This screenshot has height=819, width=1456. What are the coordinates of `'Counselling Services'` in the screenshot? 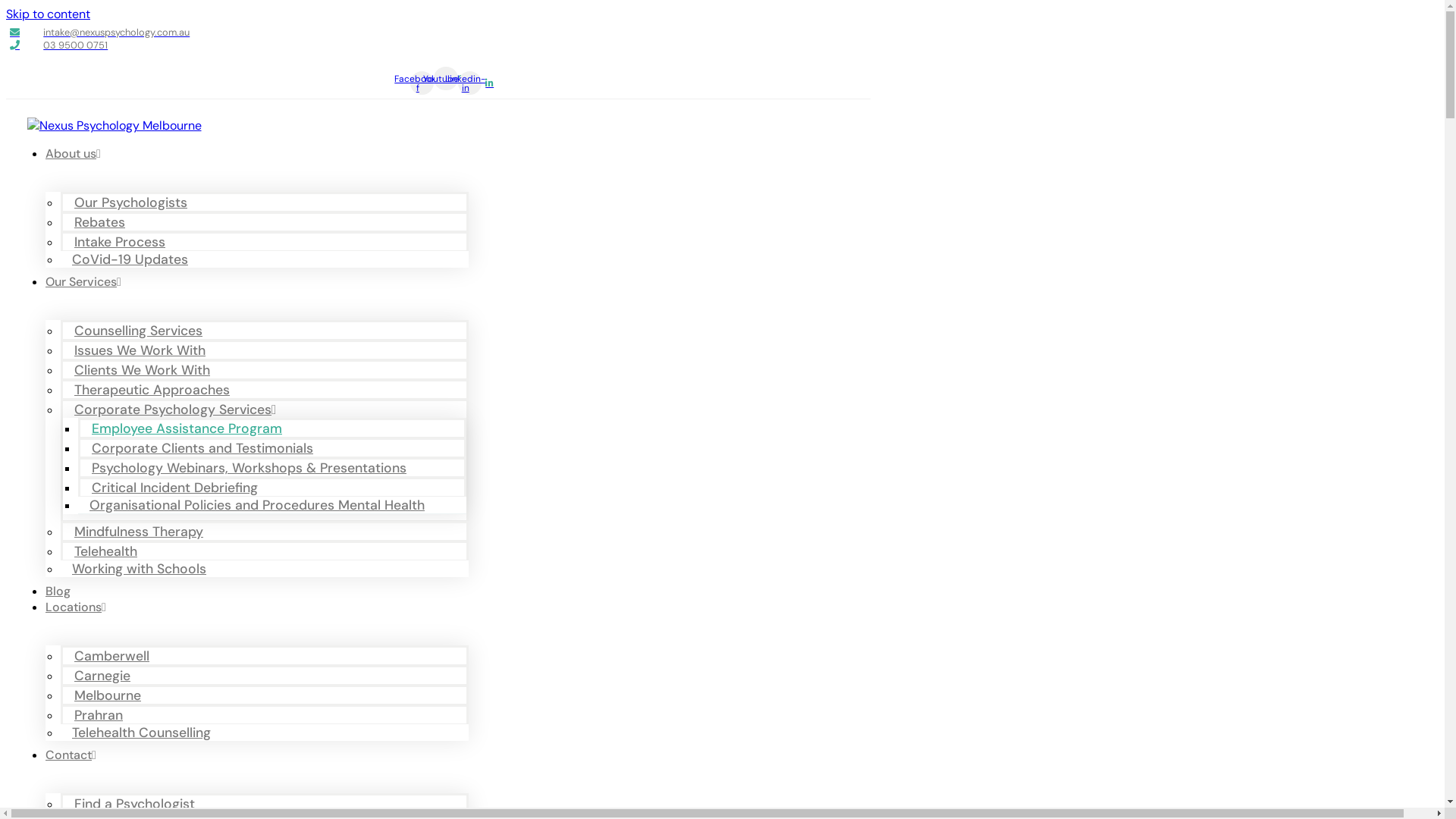 It's located at (142, 329).